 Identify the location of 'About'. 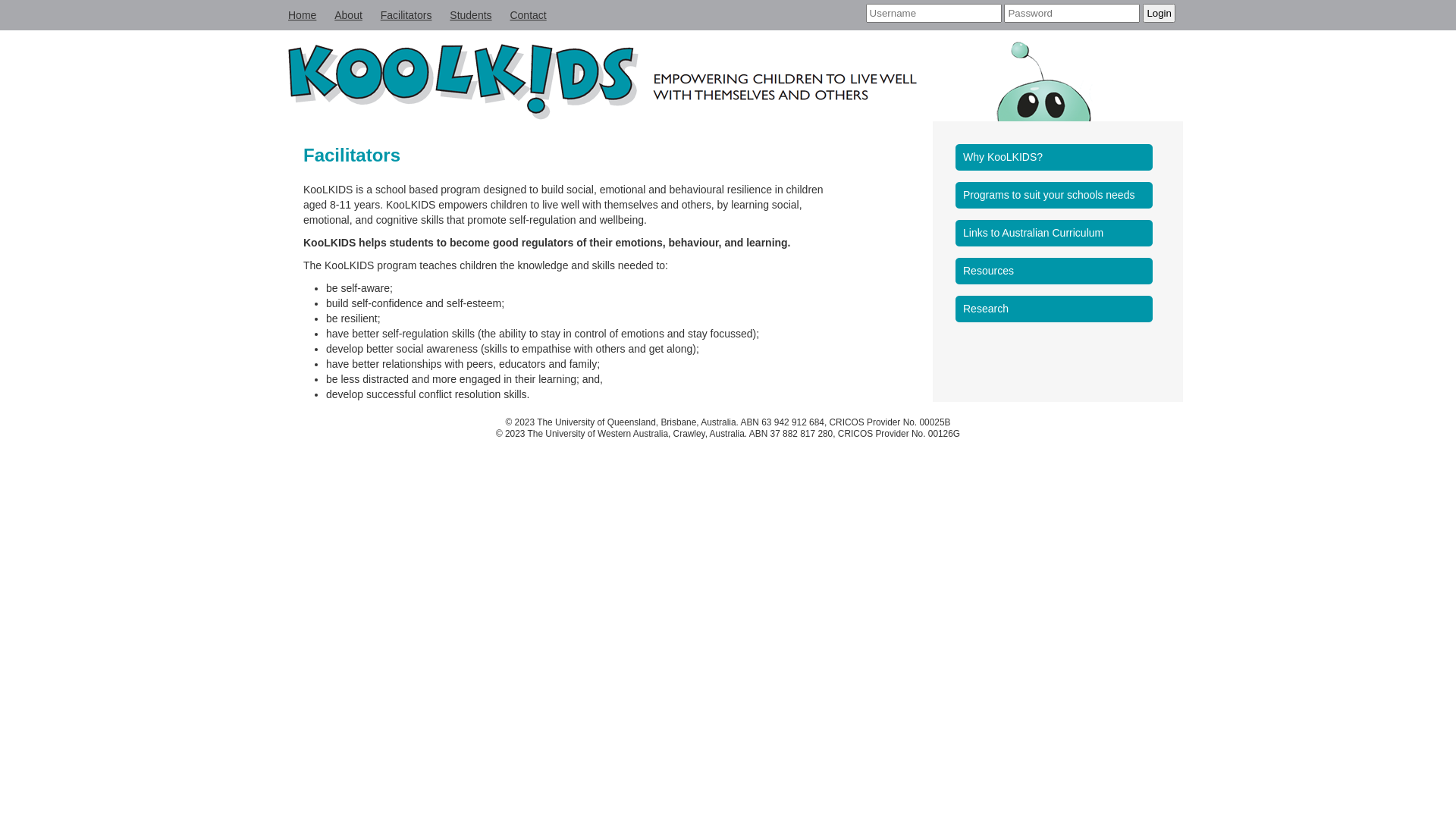
(347, 14).